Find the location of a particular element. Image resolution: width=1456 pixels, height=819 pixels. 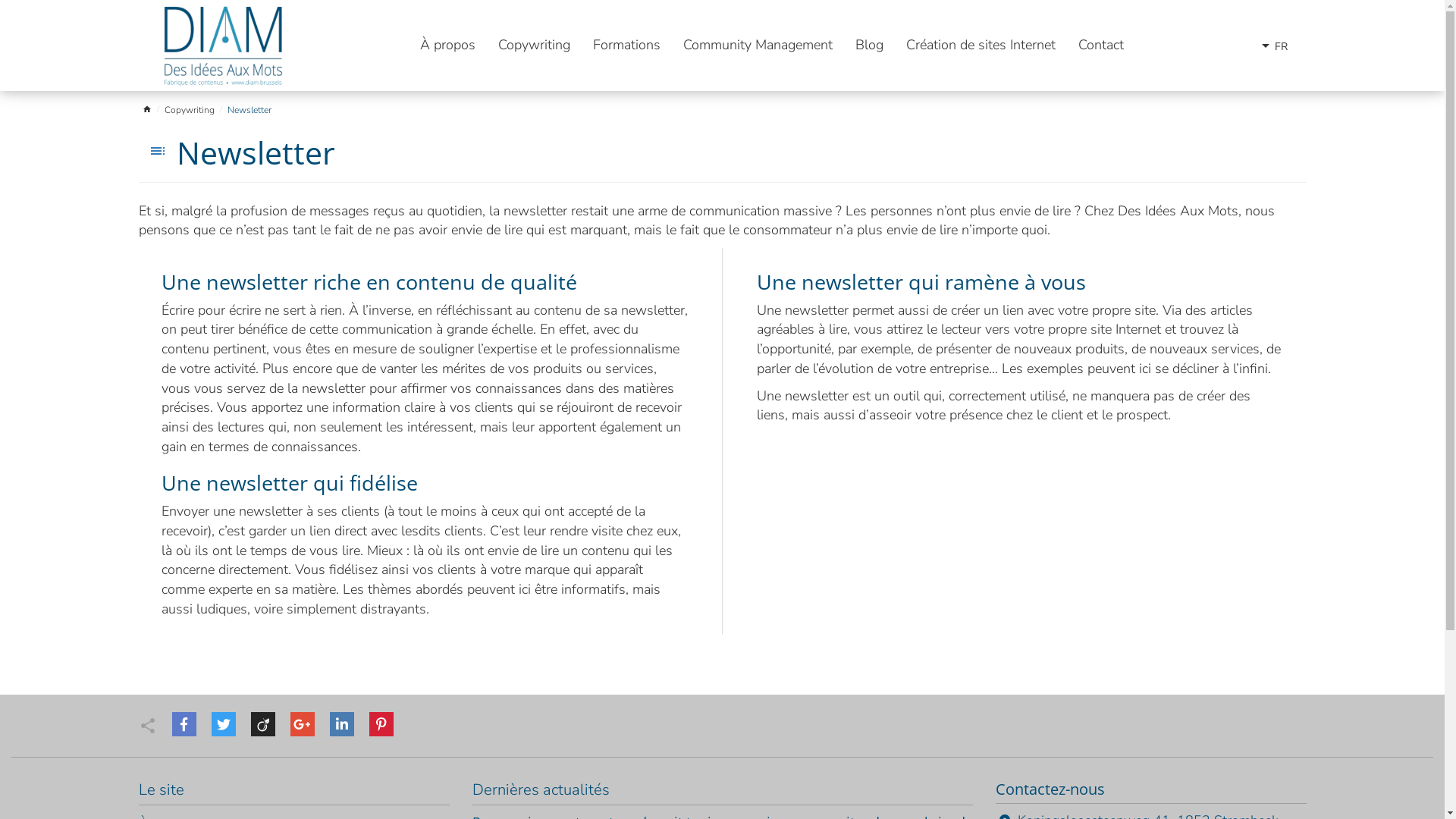

'Google' is located at coordinates (302, 723).